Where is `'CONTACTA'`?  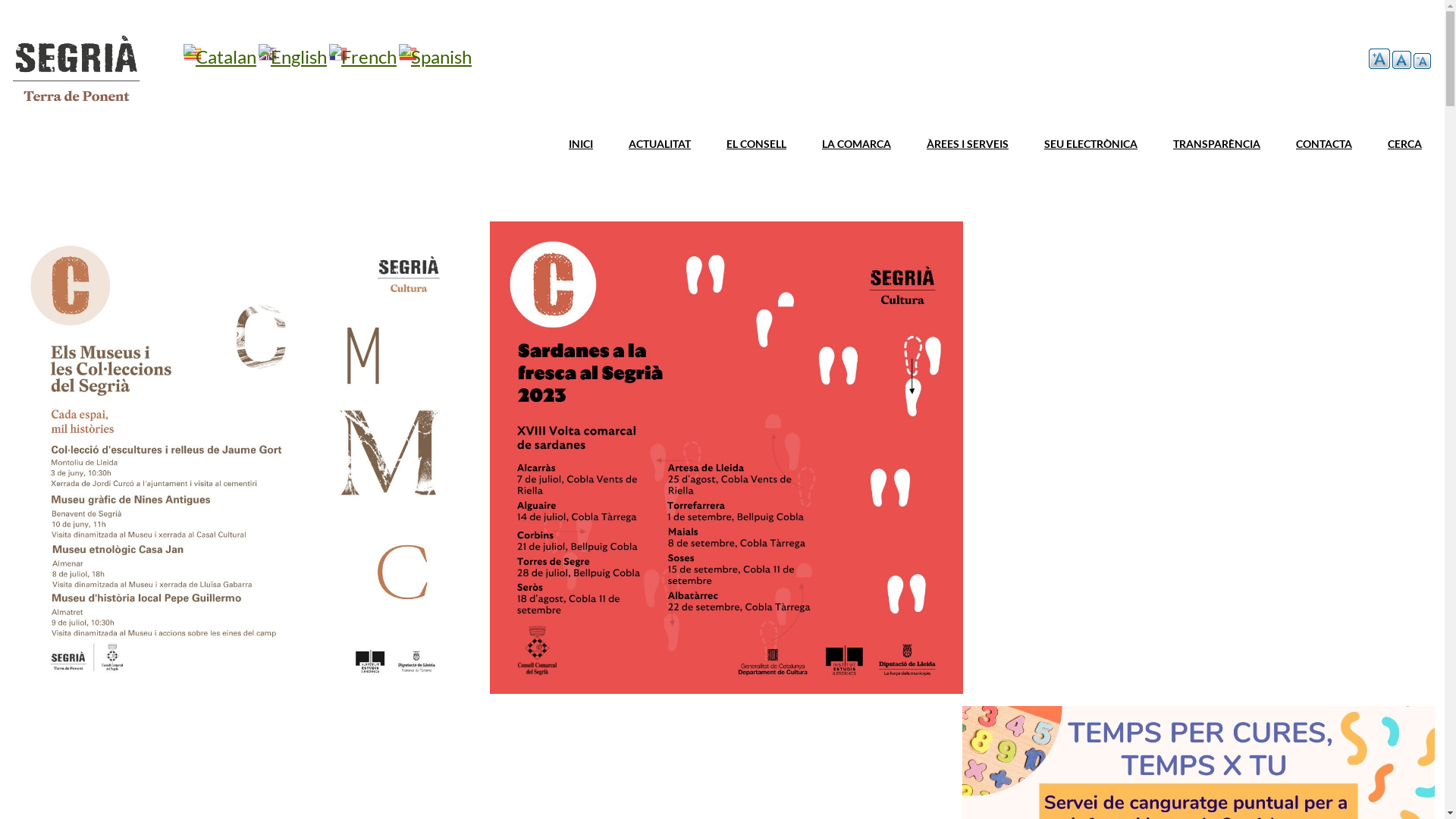 'CONTACTA' is located at coordinates (1323, 144).